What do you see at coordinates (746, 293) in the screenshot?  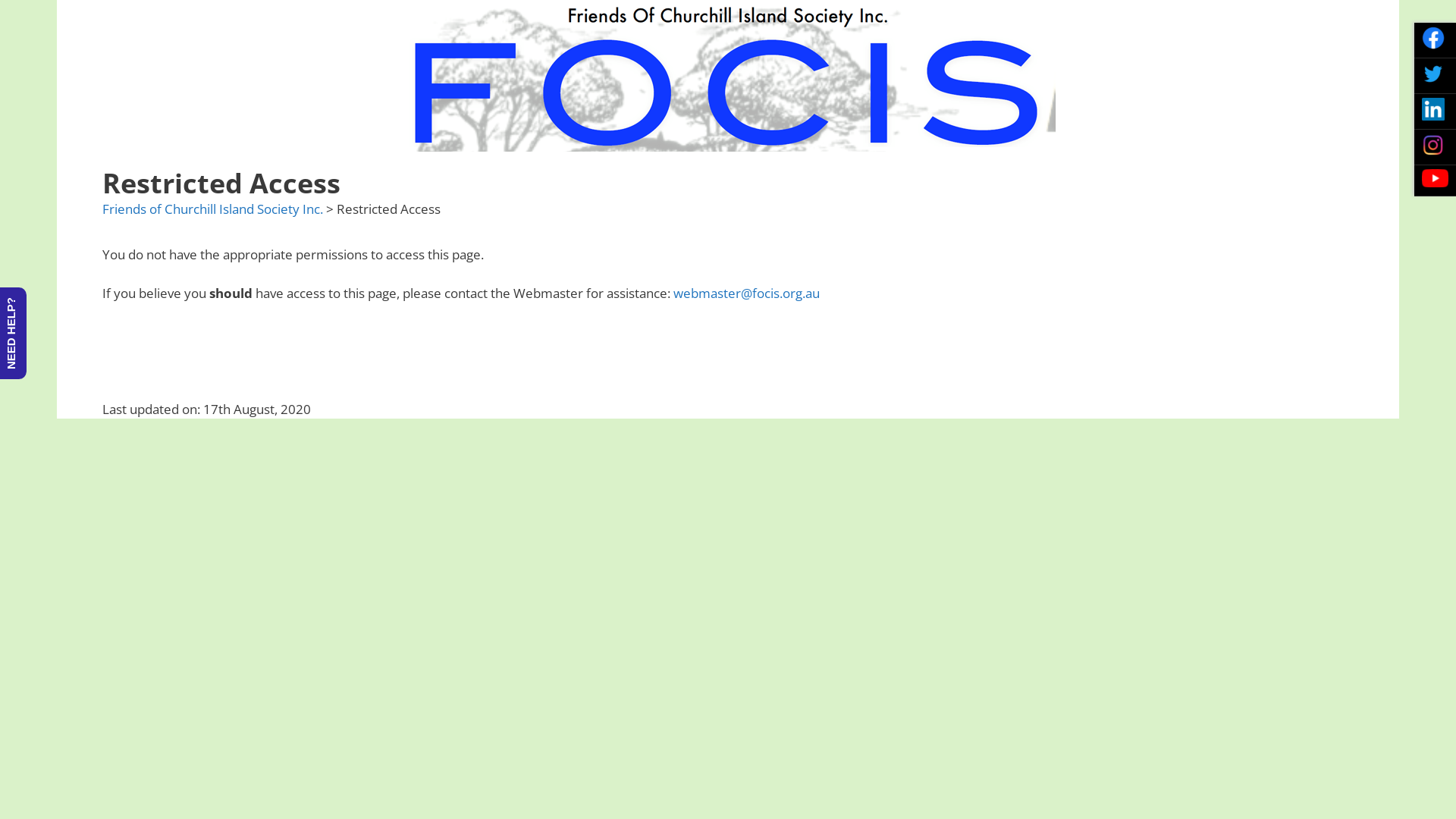 I see `'webmaster@focis.org.au'` at bounding box center [746, 293].